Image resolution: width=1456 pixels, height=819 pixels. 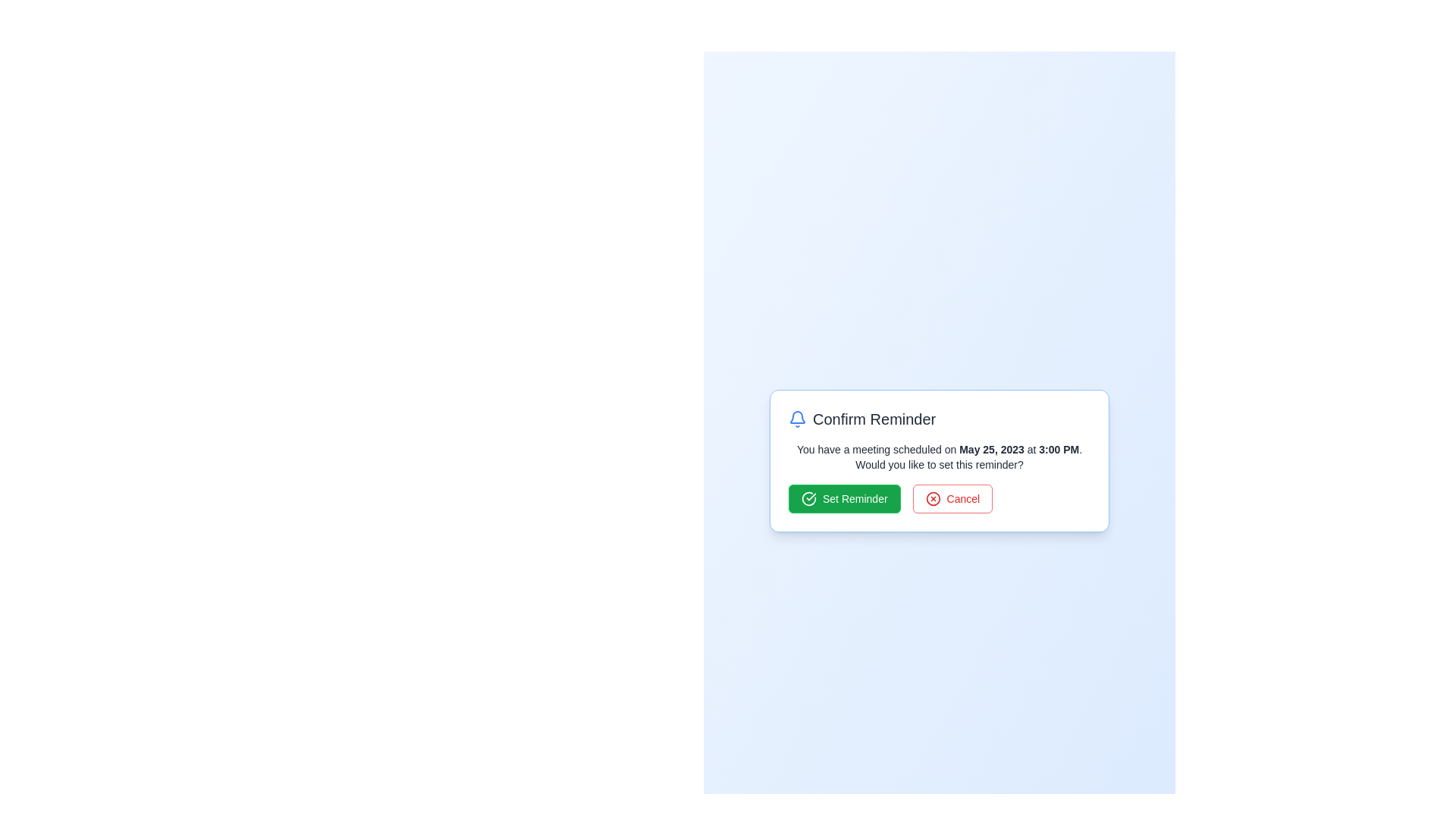 I want to click on the 'Cancel' button which contains the cancellation icon positioned to the left of the label 'Cancel' at the bottom-right of the confirmation dialog box, so click(x=931, y=499).